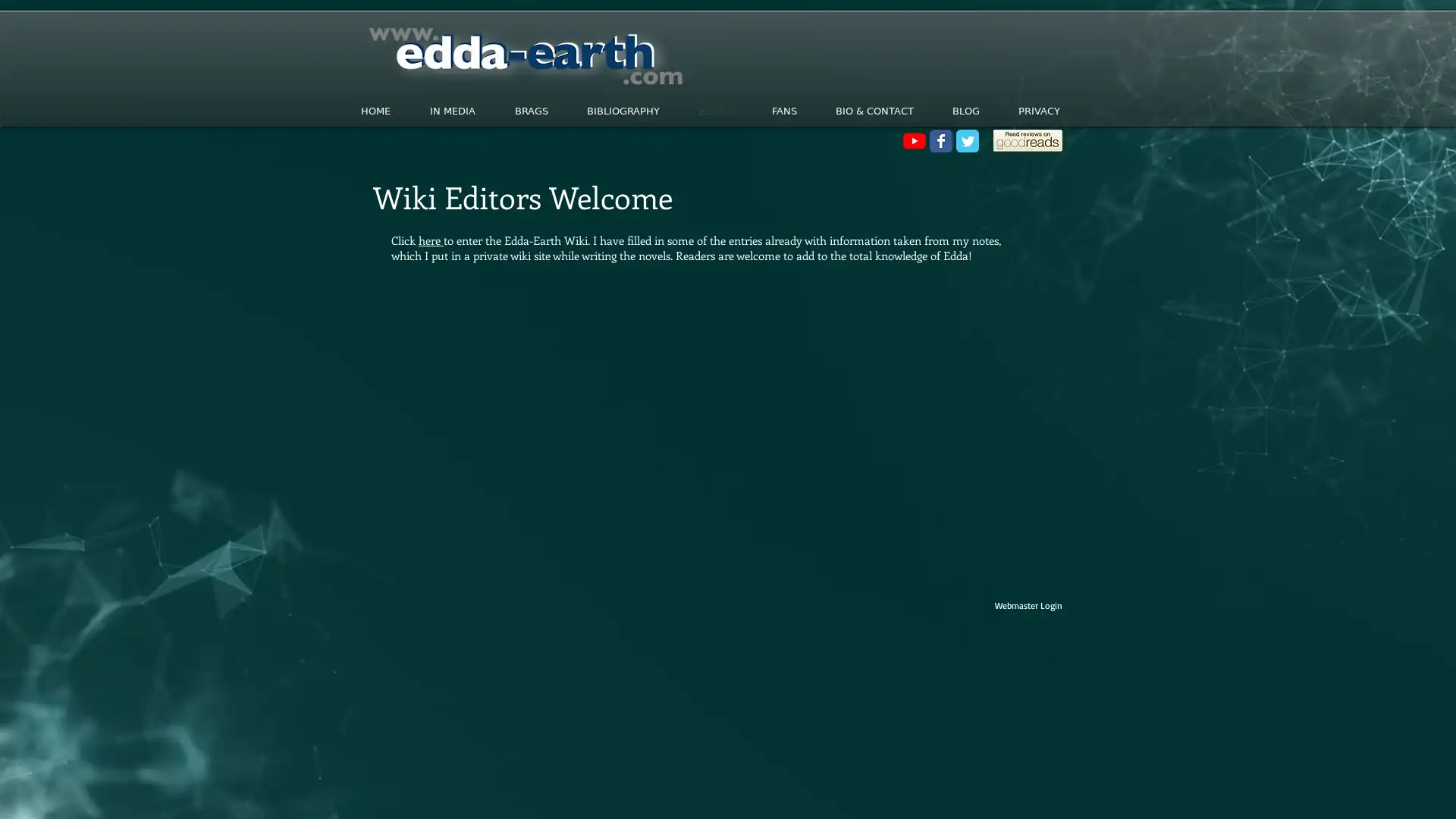  Describe the element at coordinates (1437, 792) in the screenshot. I see `Close` at that location.